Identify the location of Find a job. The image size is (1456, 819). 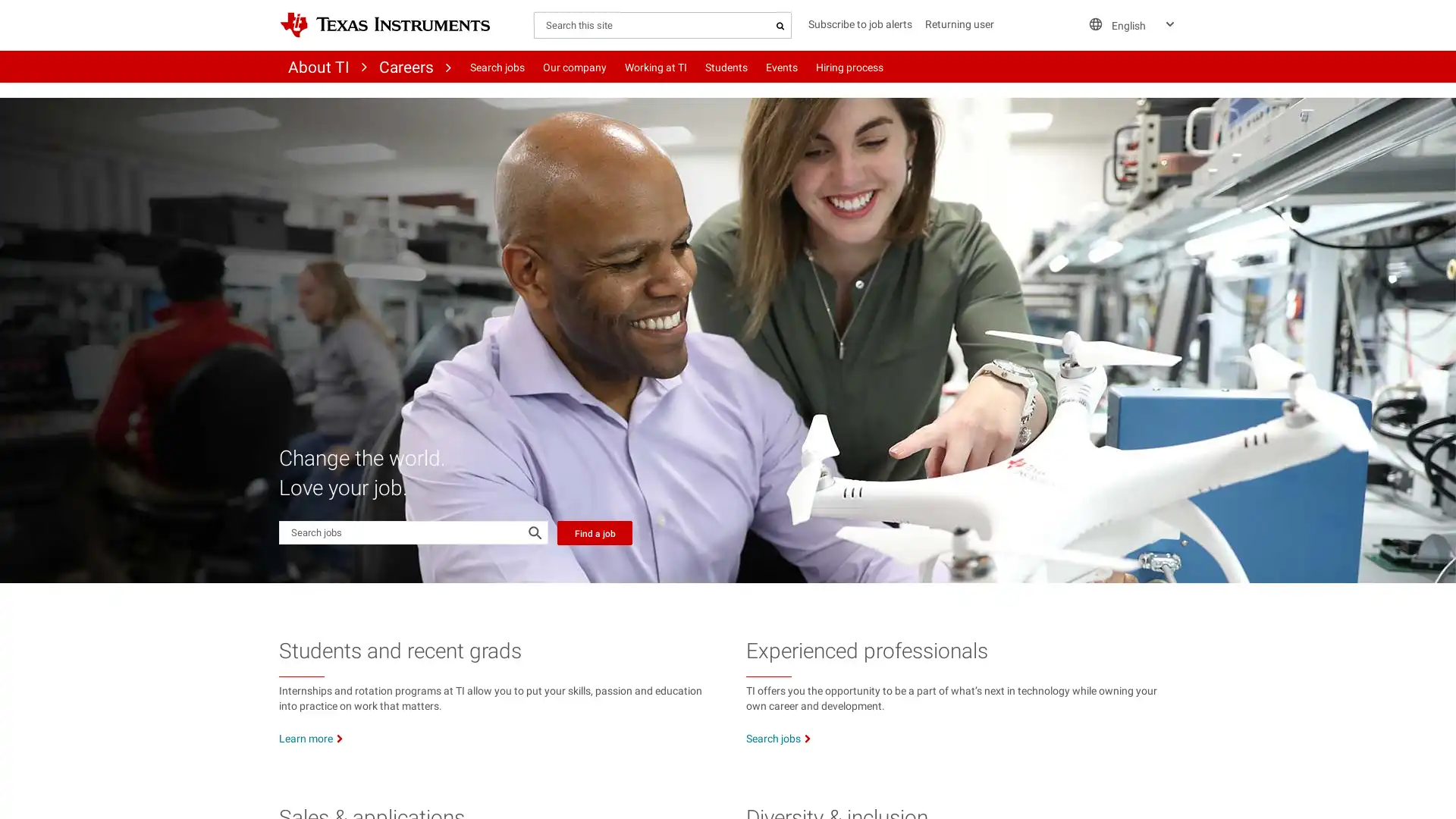
(594, 532).